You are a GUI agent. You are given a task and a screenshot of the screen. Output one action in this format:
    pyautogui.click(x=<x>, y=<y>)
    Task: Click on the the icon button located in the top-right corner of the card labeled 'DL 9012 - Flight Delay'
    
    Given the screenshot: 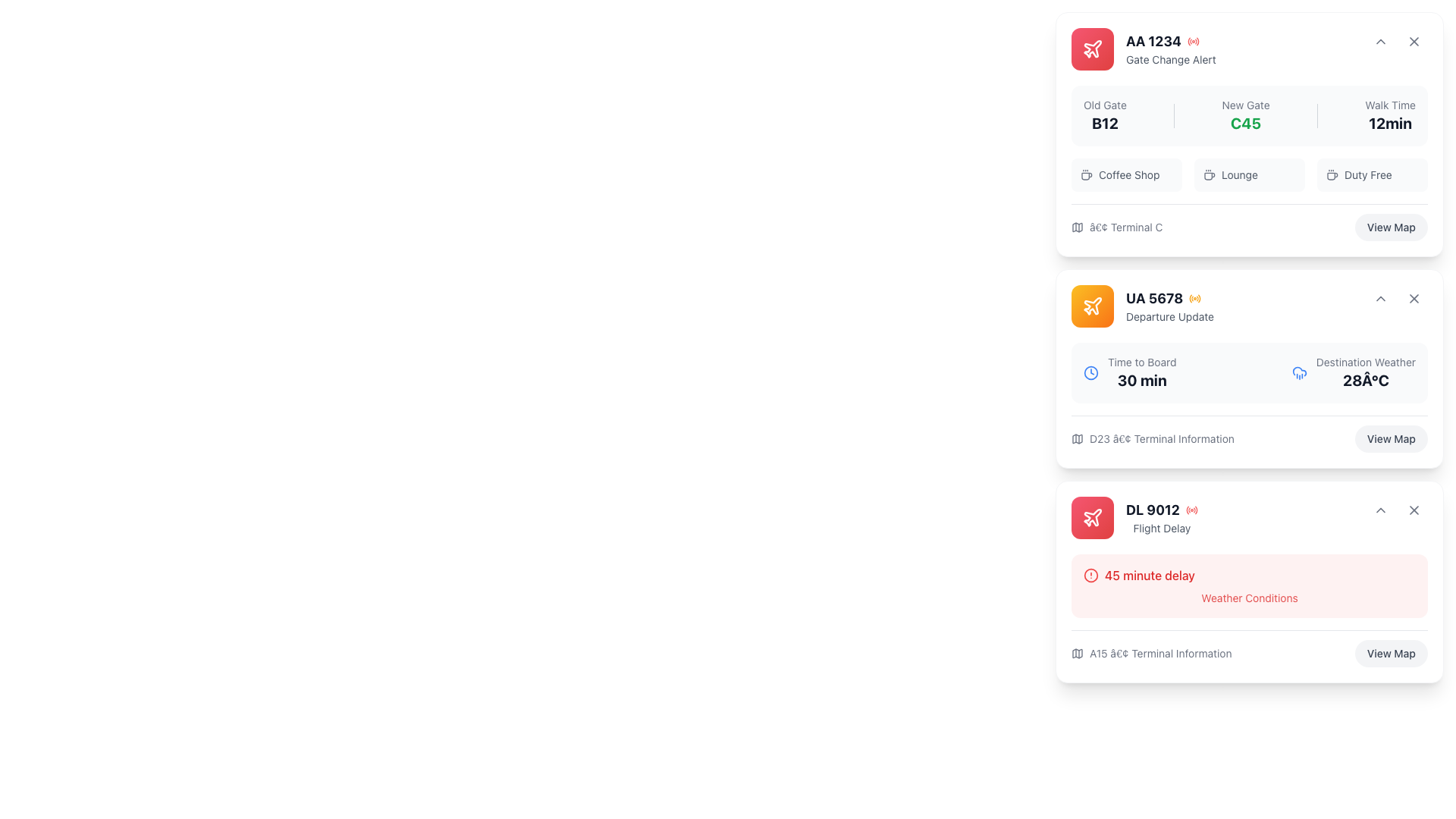 What is the action you would take?
    pyautogui.click(x=1380, y=510)
    